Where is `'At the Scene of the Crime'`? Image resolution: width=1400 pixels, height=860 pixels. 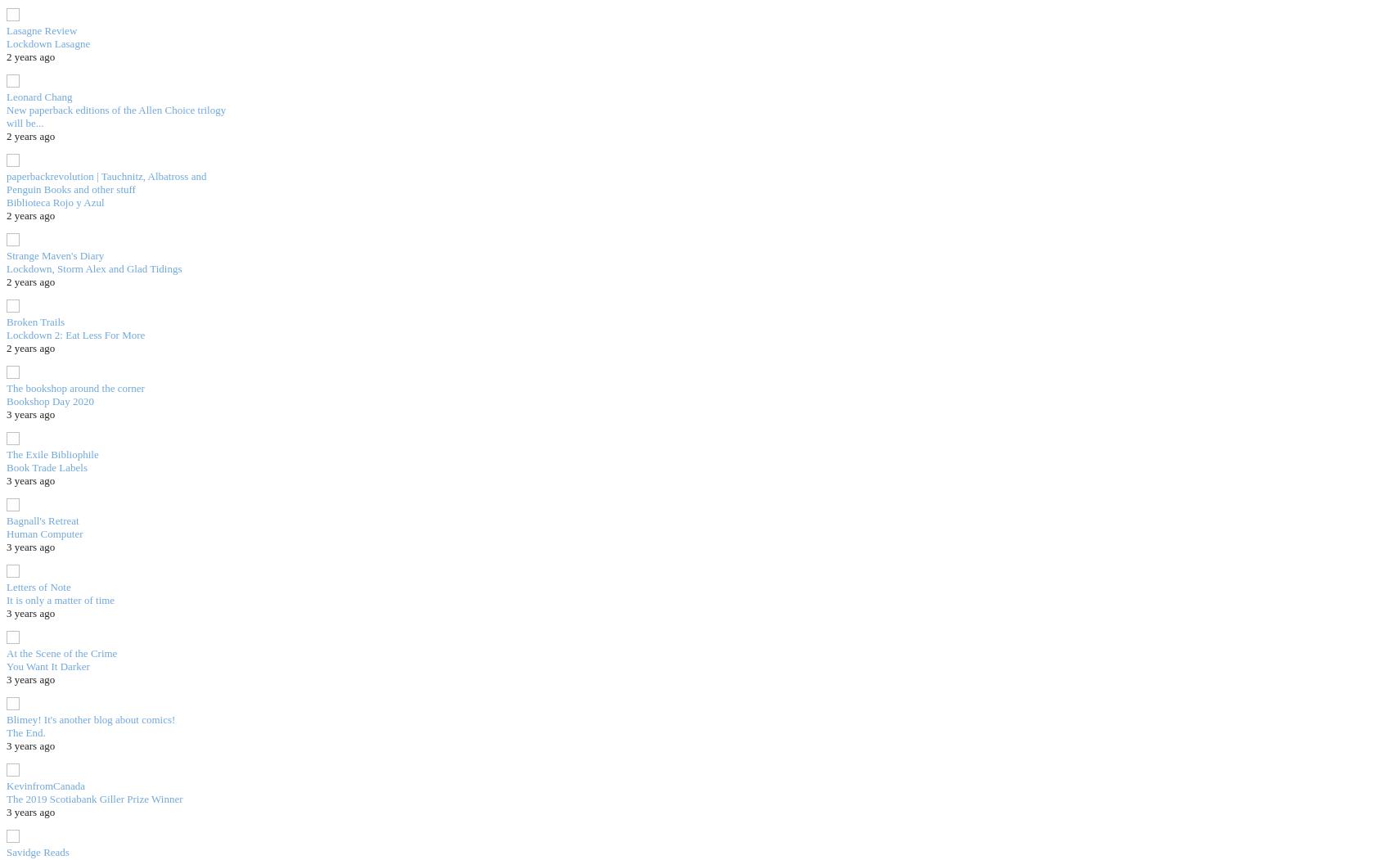 'At the Scene of the Crime' is located at coordinates (6, 651).